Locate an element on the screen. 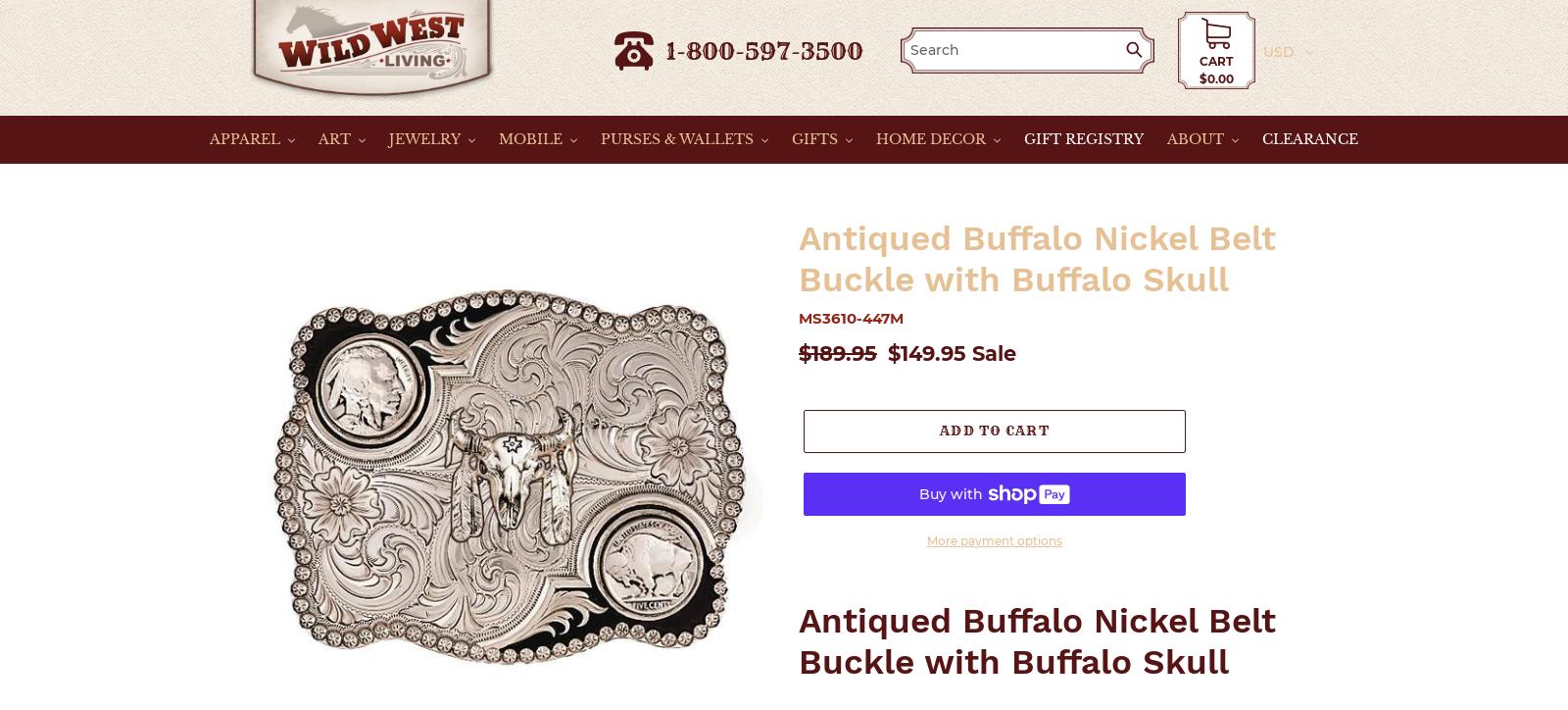  'JEWELRY' is located at coordinates (388, 137).